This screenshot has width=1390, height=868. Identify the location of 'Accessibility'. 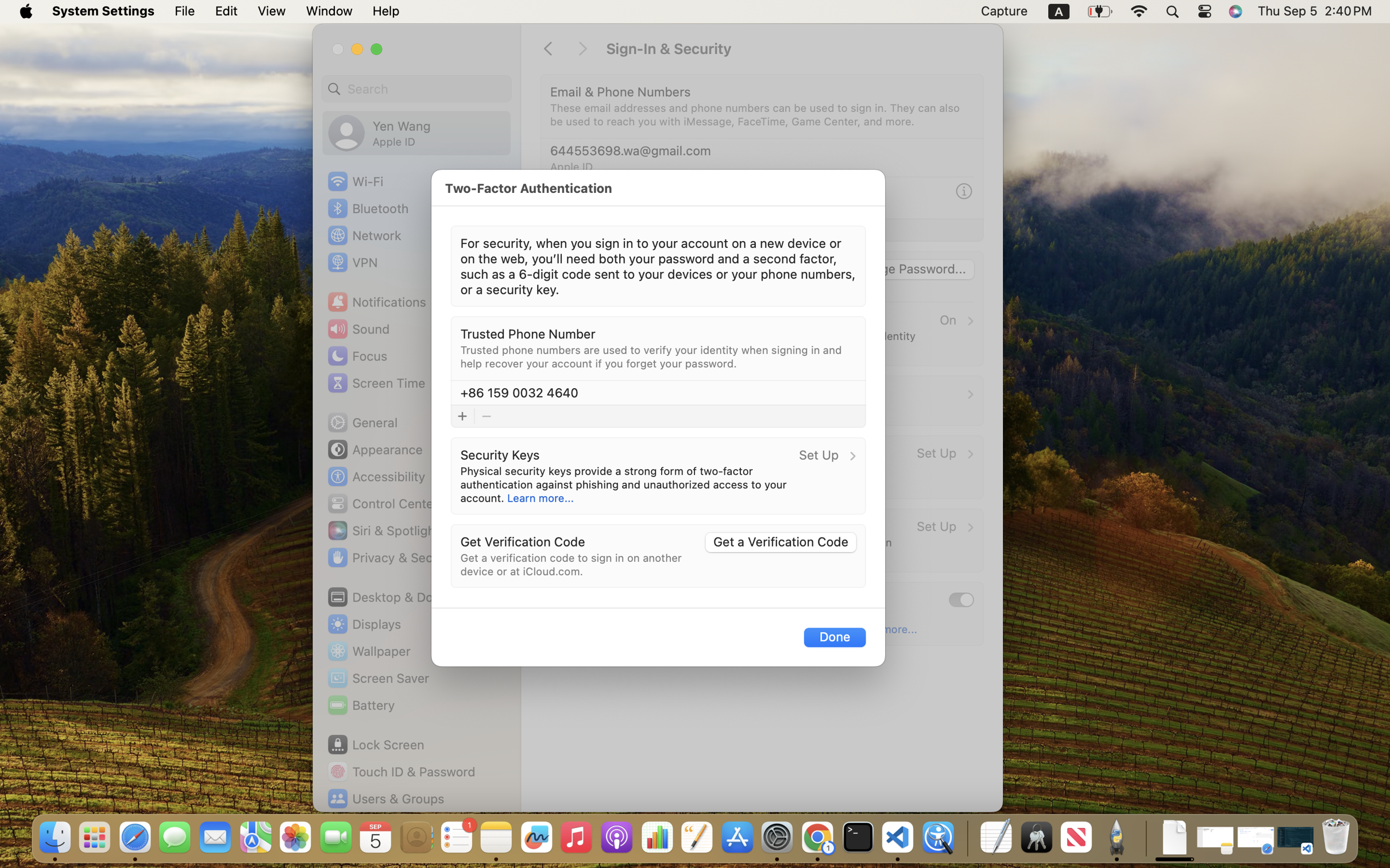
(376, 476).